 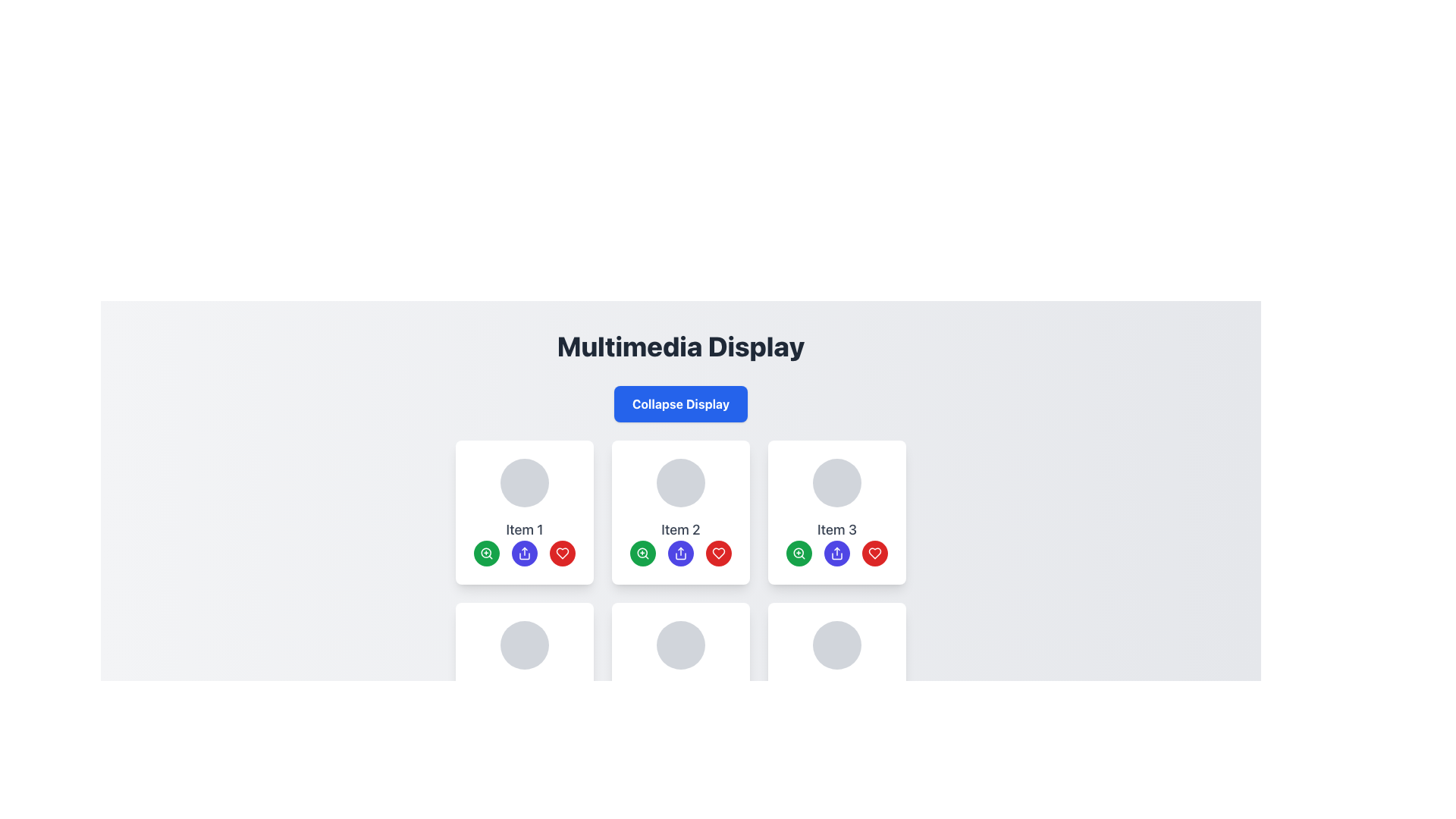 What do you see at coordinates (562, 553) in the screenshot?
I see `the red circular button with a white heart icon located at the bottom-right corner of the Item 1 card` at bounding box center [562, 553].